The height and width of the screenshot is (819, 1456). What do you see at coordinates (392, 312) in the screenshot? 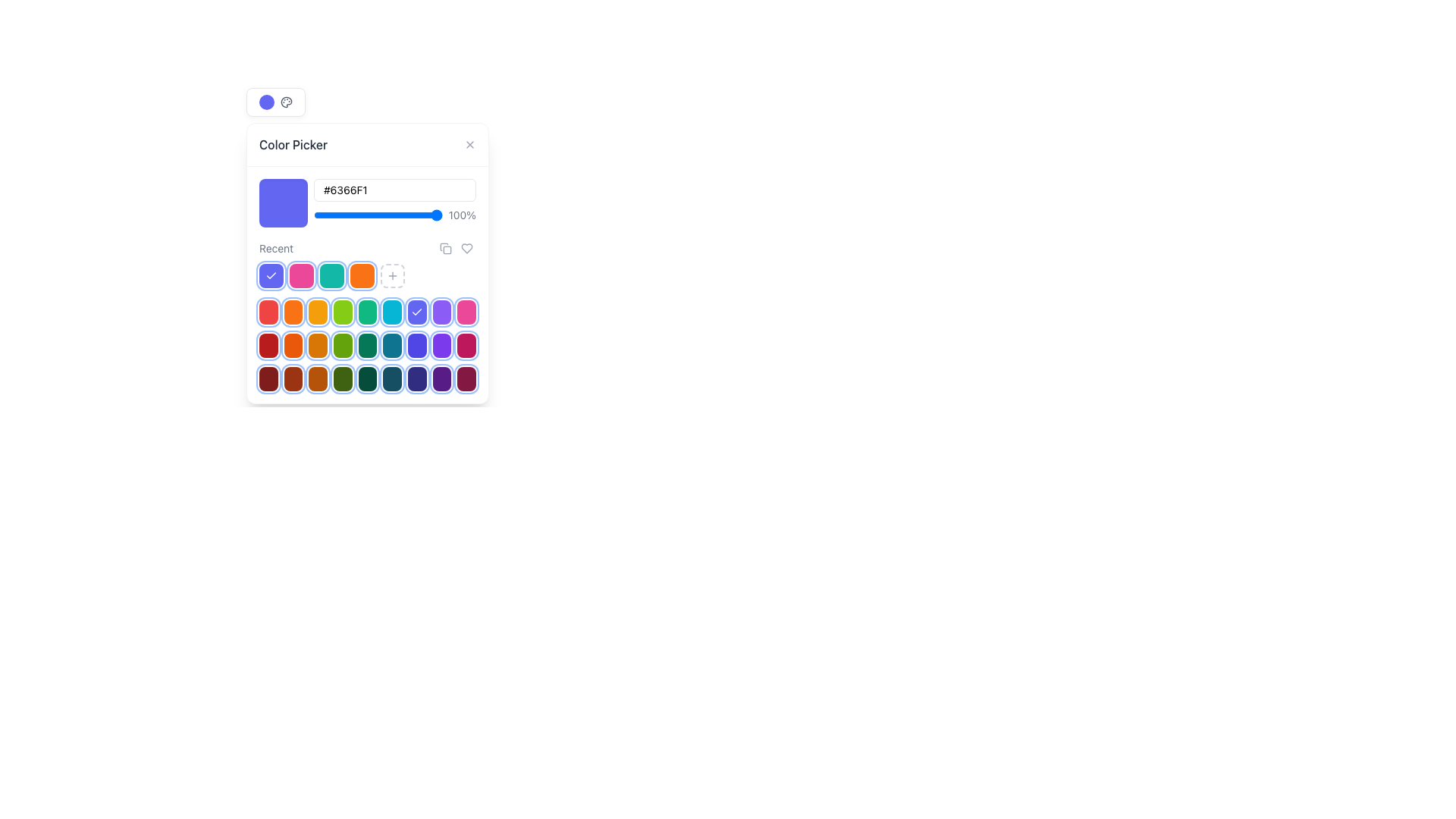
I see `the bright cyan color selection tile, which is the sixth tile in the color palette grid` at bounding box center [392, 312].